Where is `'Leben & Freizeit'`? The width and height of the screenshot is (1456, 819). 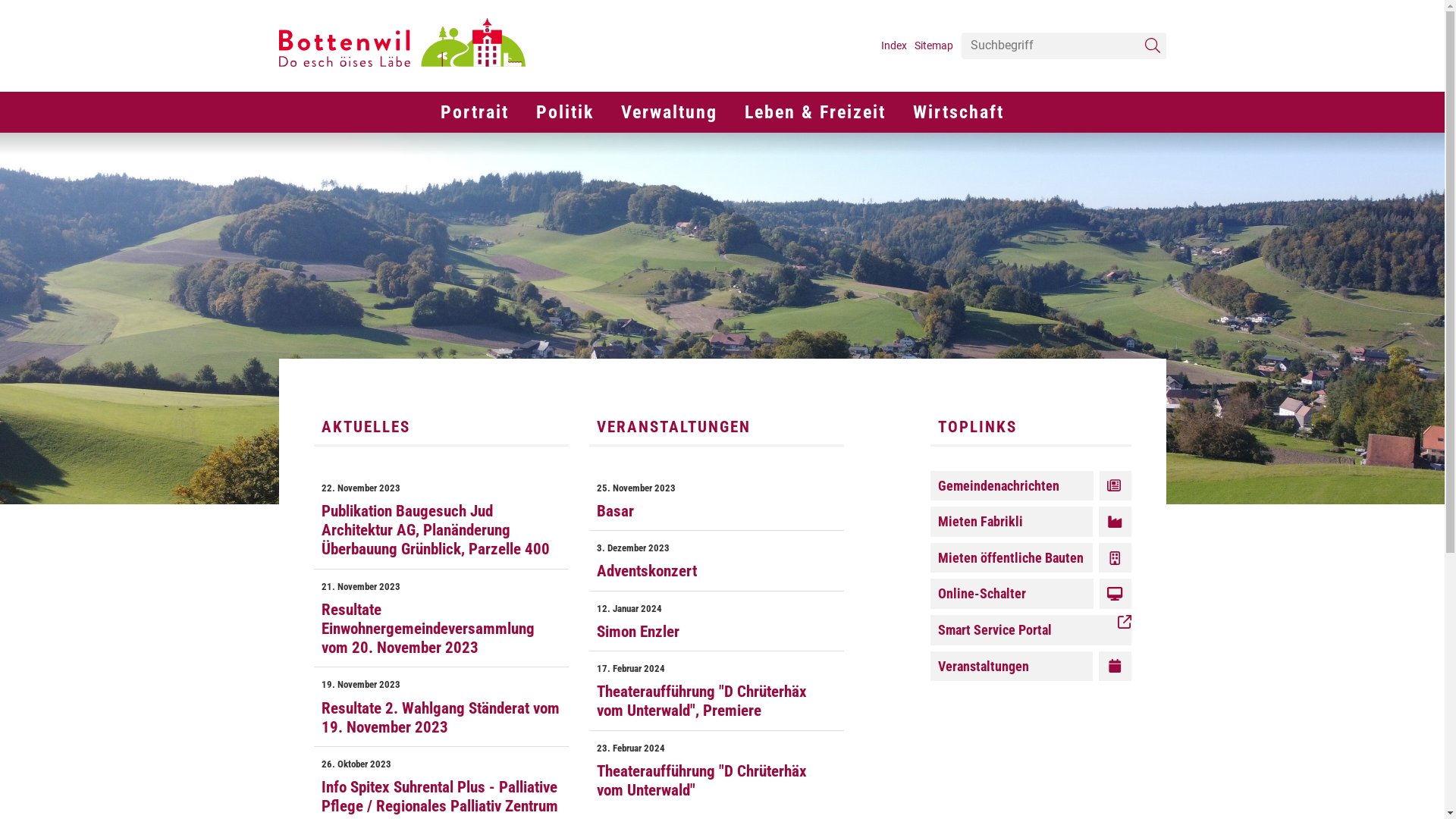
'Leben & Freizeit' is located at coordinates (814, 111).